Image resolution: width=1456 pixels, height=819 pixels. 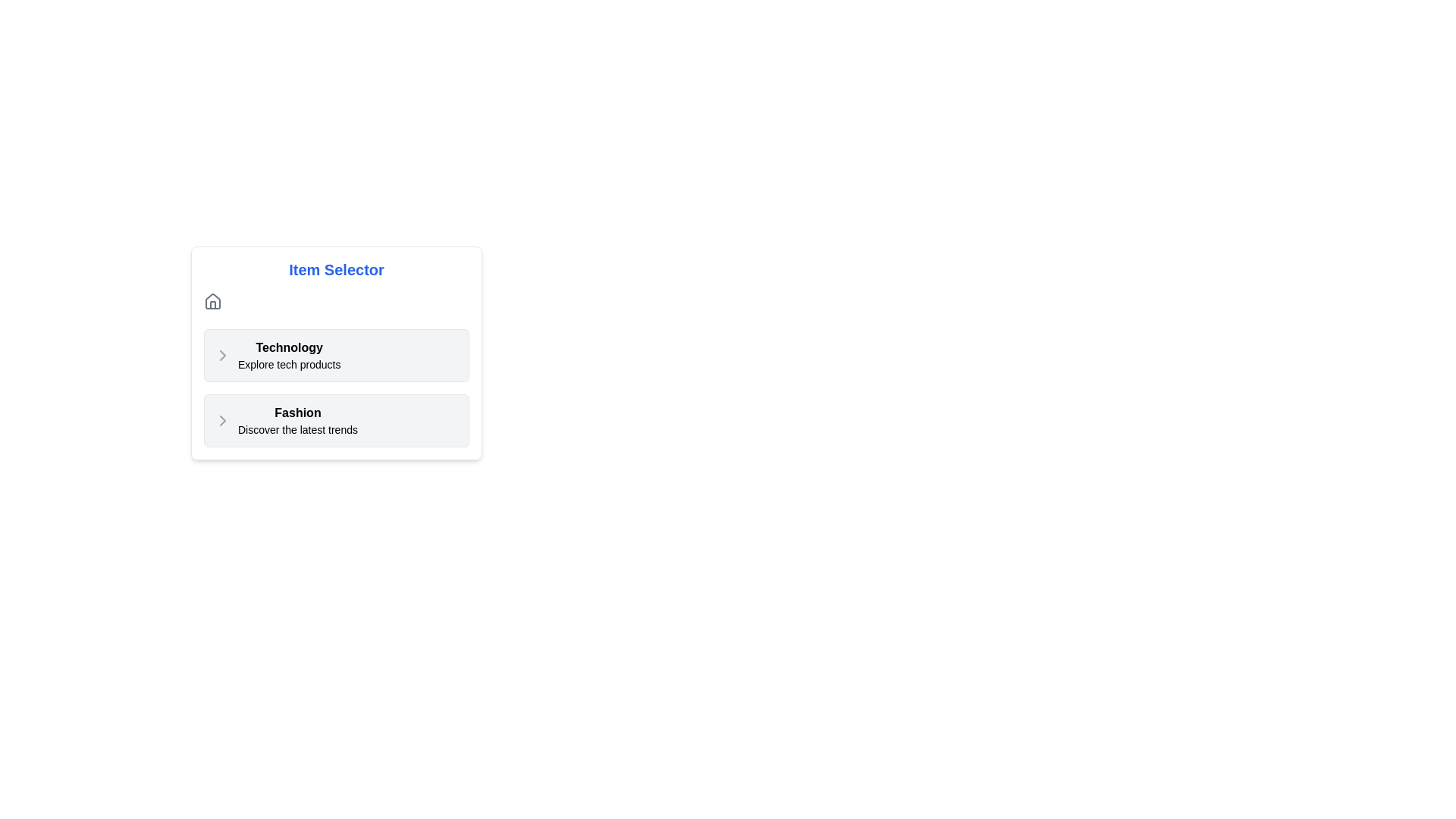 I want to click on the Text Label located in the 'Fashion' section, which provides a brief description of the category, so click(x=298, y=430).